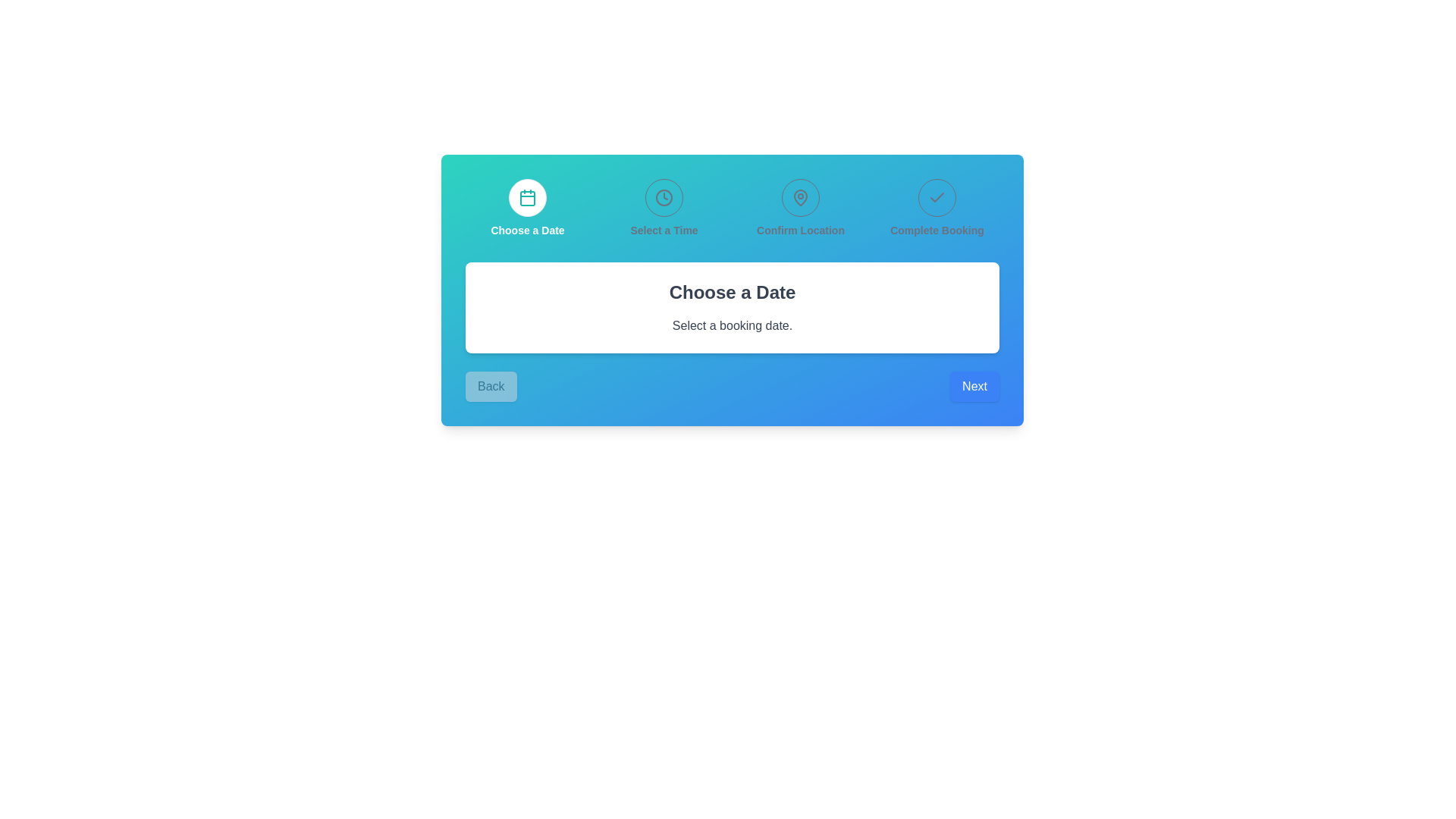 Image resolution: width=1456 pixels, height=819 pixels. Describe the element at coordinates (664, 208) in the screenshot. I see `the navigation button labeled 'Select a Time' in the second position of the navigation bar to navigate to the corresponding section, using adjacent buttons for context` at that location.